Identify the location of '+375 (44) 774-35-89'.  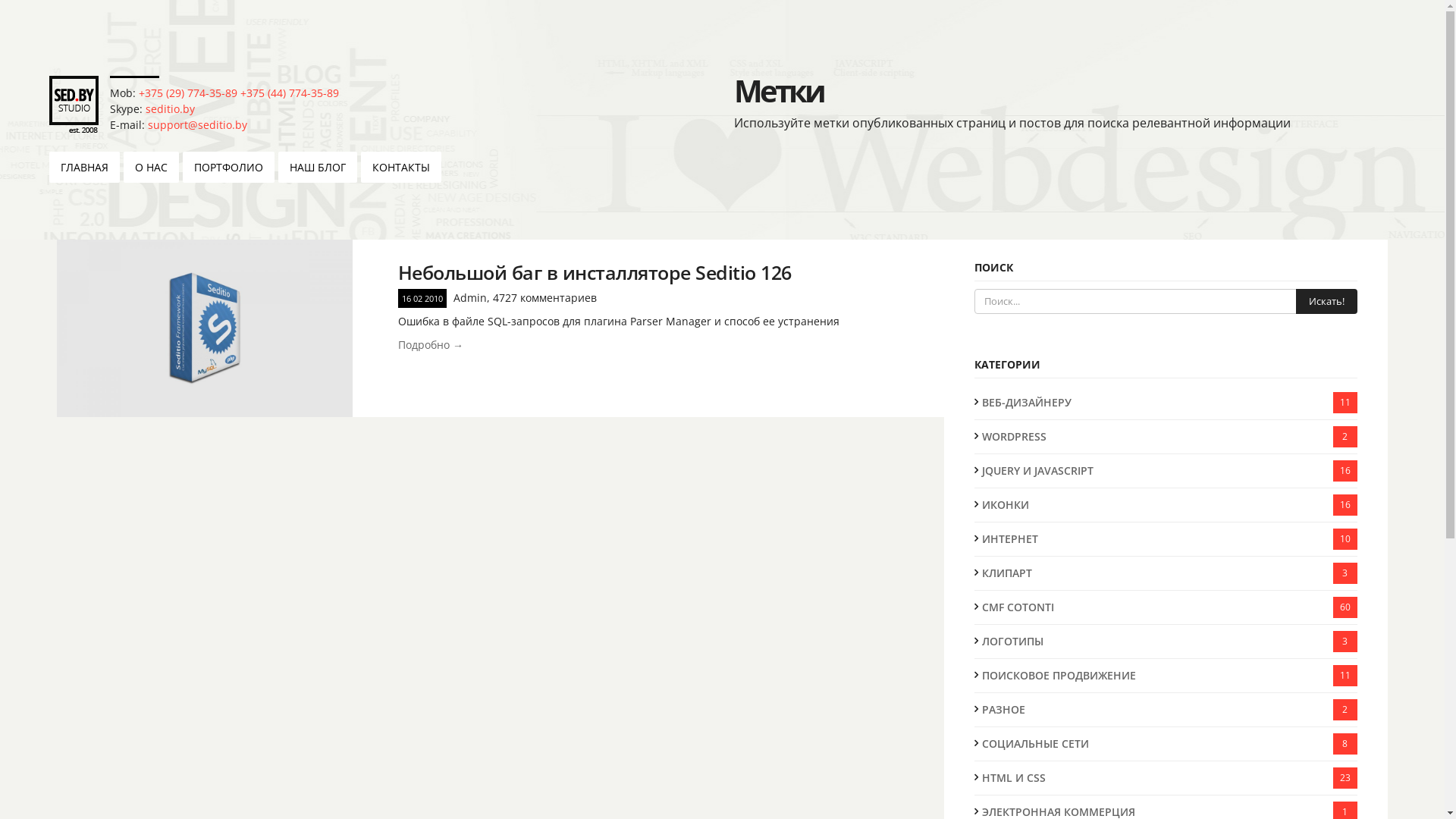
(290, 93).